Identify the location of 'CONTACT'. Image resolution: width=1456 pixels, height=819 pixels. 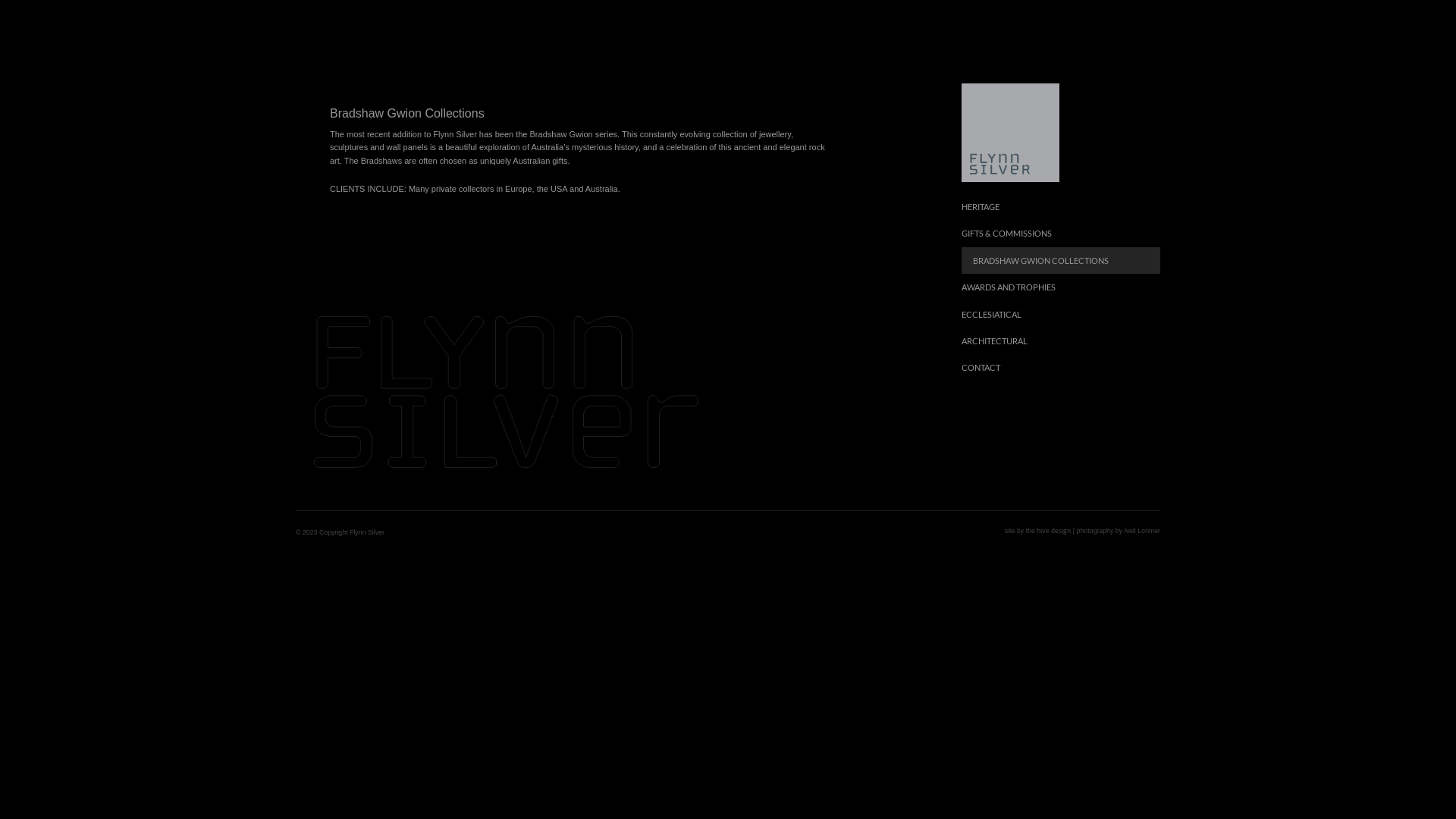
(1060, 367).